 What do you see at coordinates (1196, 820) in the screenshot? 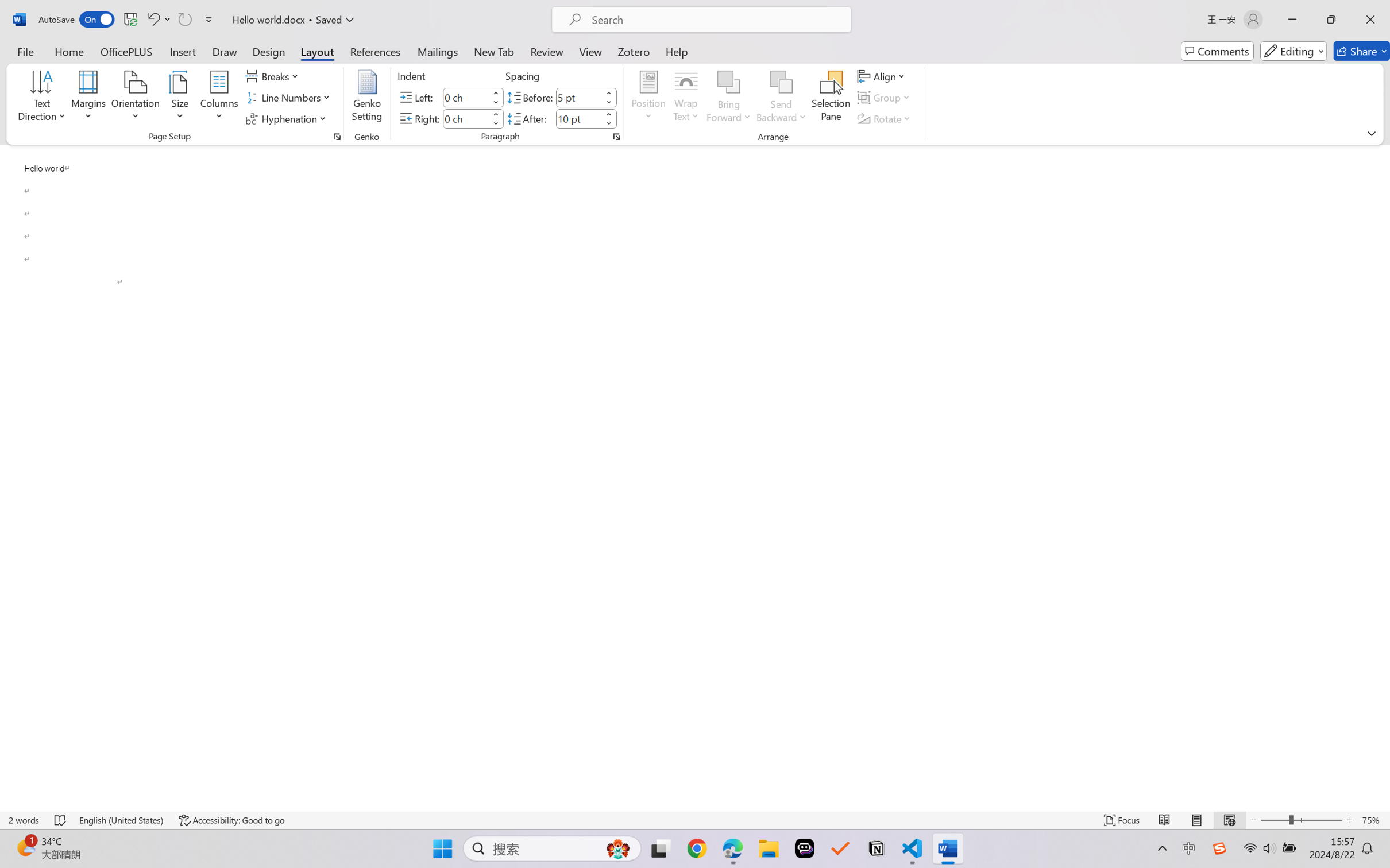
I see `'Print Layout'` at bounding box center [1196, 820].